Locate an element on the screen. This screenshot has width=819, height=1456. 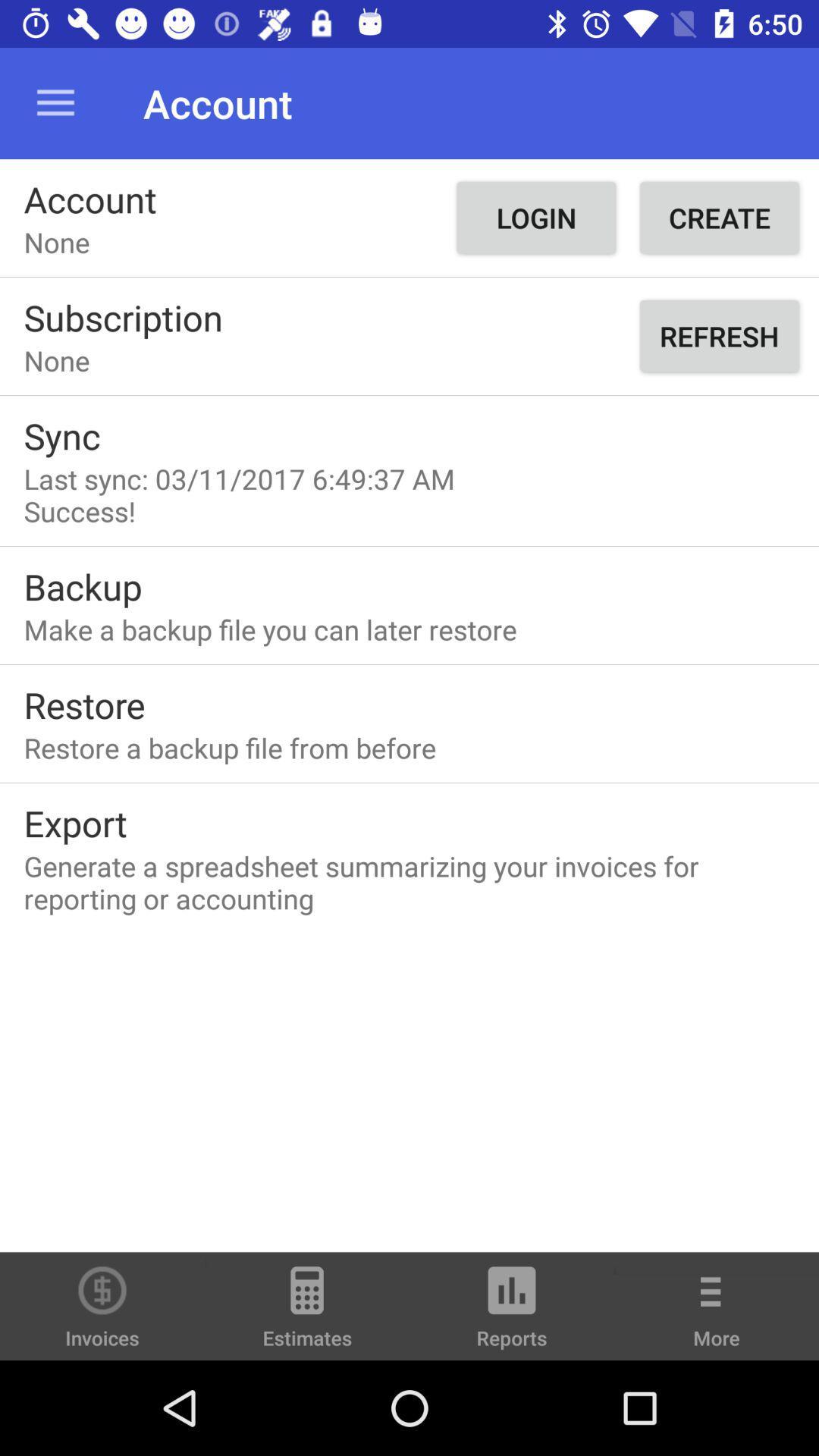
the item to the right of the invoices icon is located at coordinates (307, 1313).